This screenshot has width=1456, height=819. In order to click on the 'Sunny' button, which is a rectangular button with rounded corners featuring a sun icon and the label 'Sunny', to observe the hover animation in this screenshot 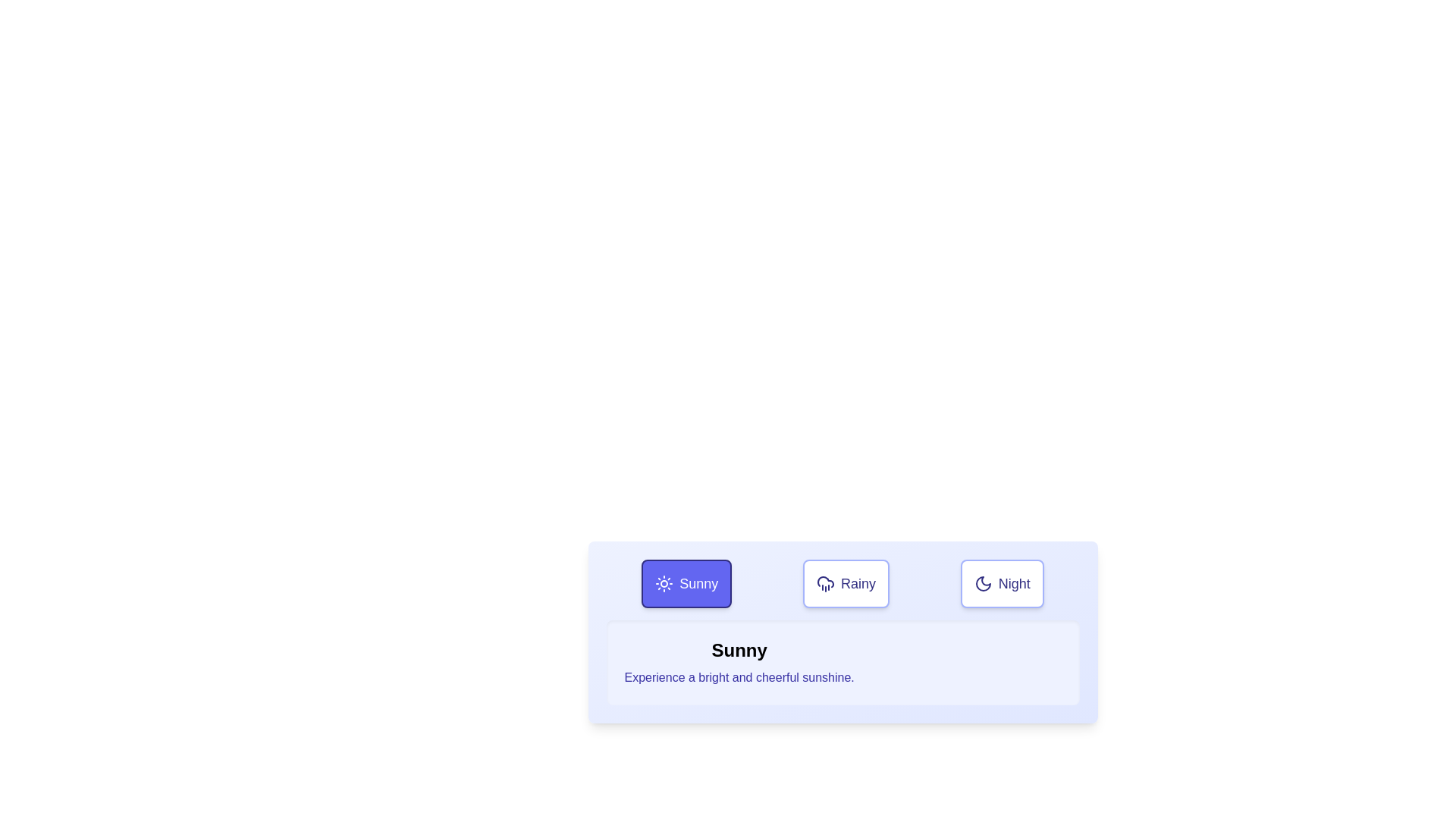, I will do `click(686, 583)`.